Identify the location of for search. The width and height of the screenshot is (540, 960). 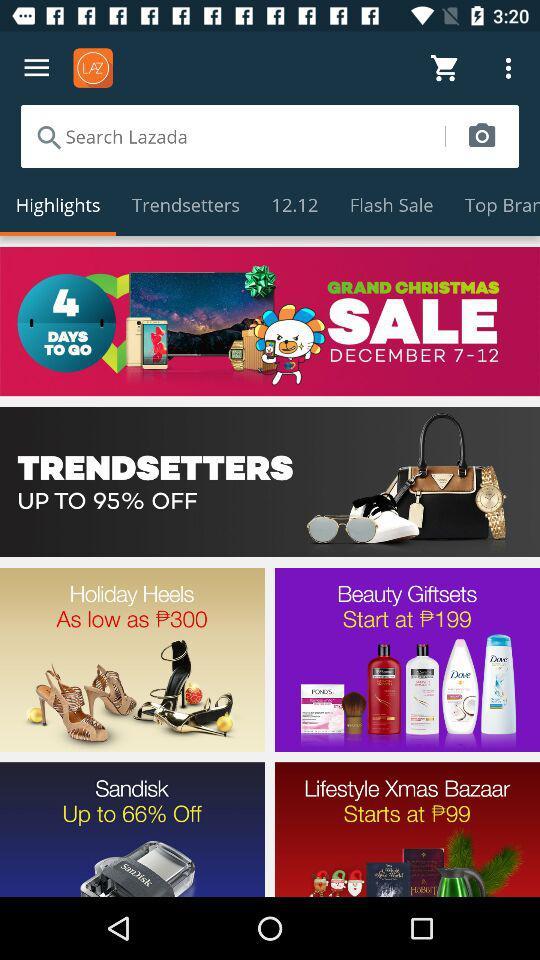
(231, 135).